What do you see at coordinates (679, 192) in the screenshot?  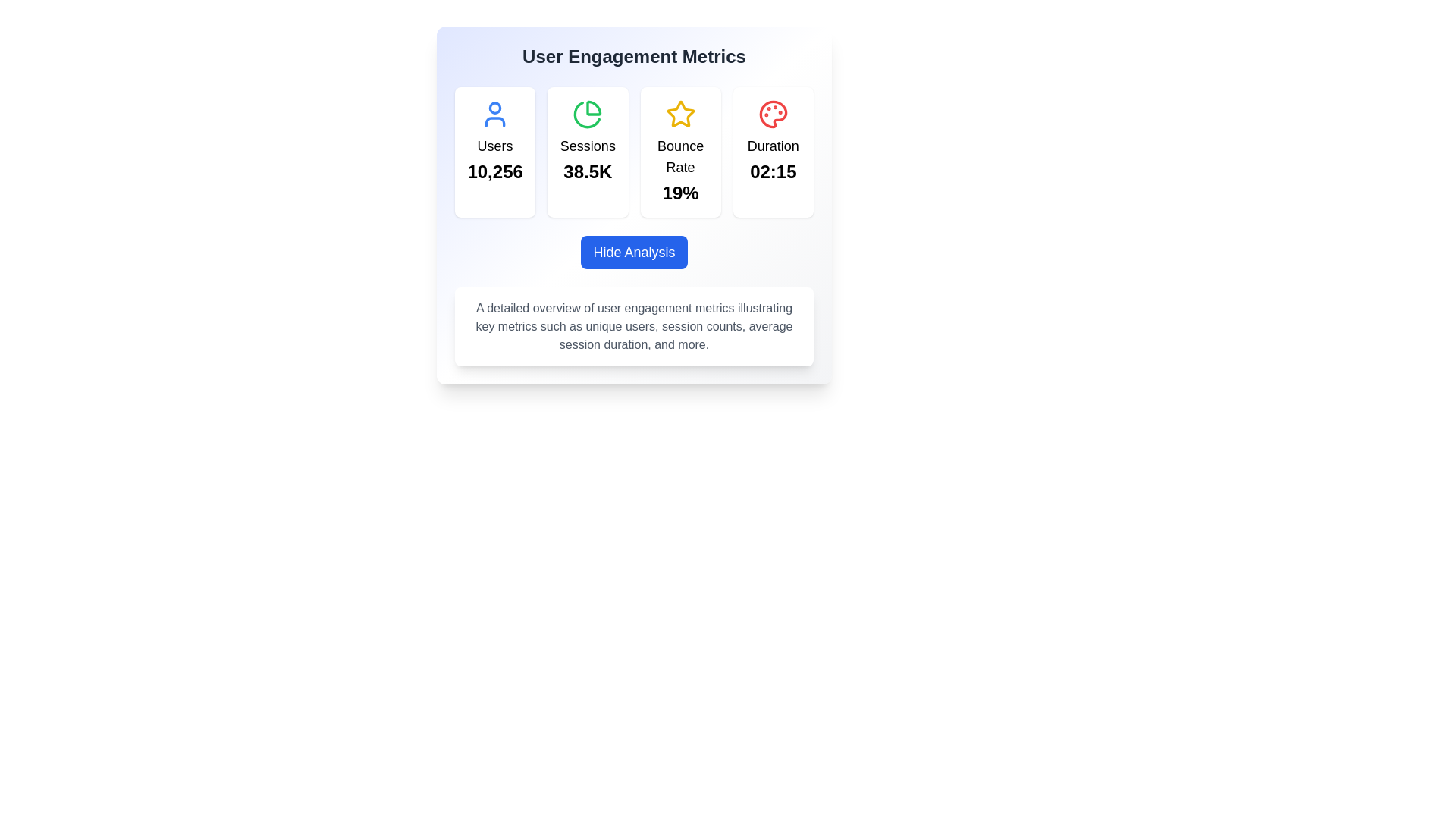 I see `the static text element displaying the bounce rate percentage, located below the 'Bounce Rate' label in the 'User Engagement Metrics' section` at bounding box center [679, 192].